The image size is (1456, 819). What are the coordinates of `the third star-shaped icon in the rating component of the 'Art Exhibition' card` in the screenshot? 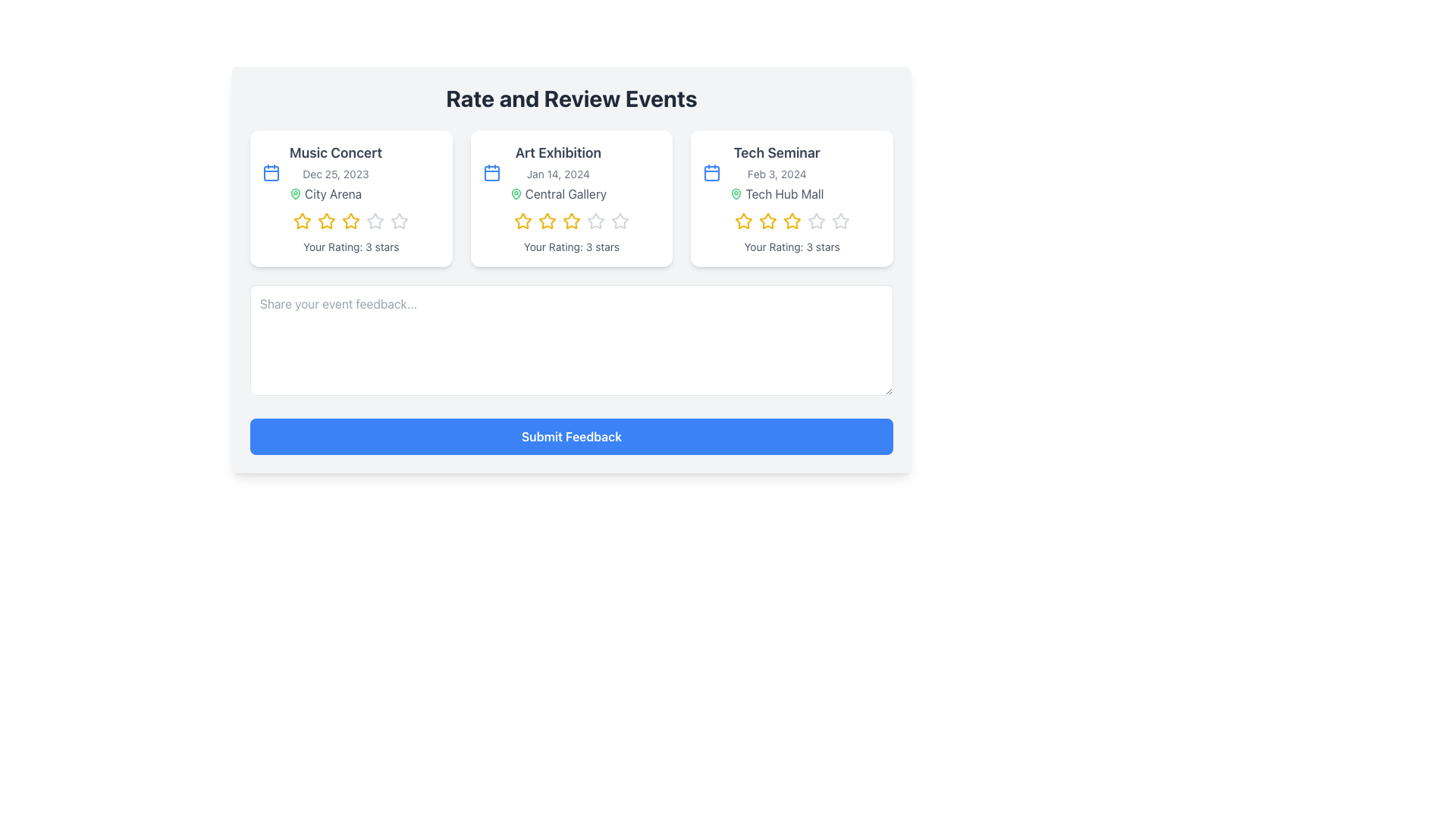 It's located at (595, 221).